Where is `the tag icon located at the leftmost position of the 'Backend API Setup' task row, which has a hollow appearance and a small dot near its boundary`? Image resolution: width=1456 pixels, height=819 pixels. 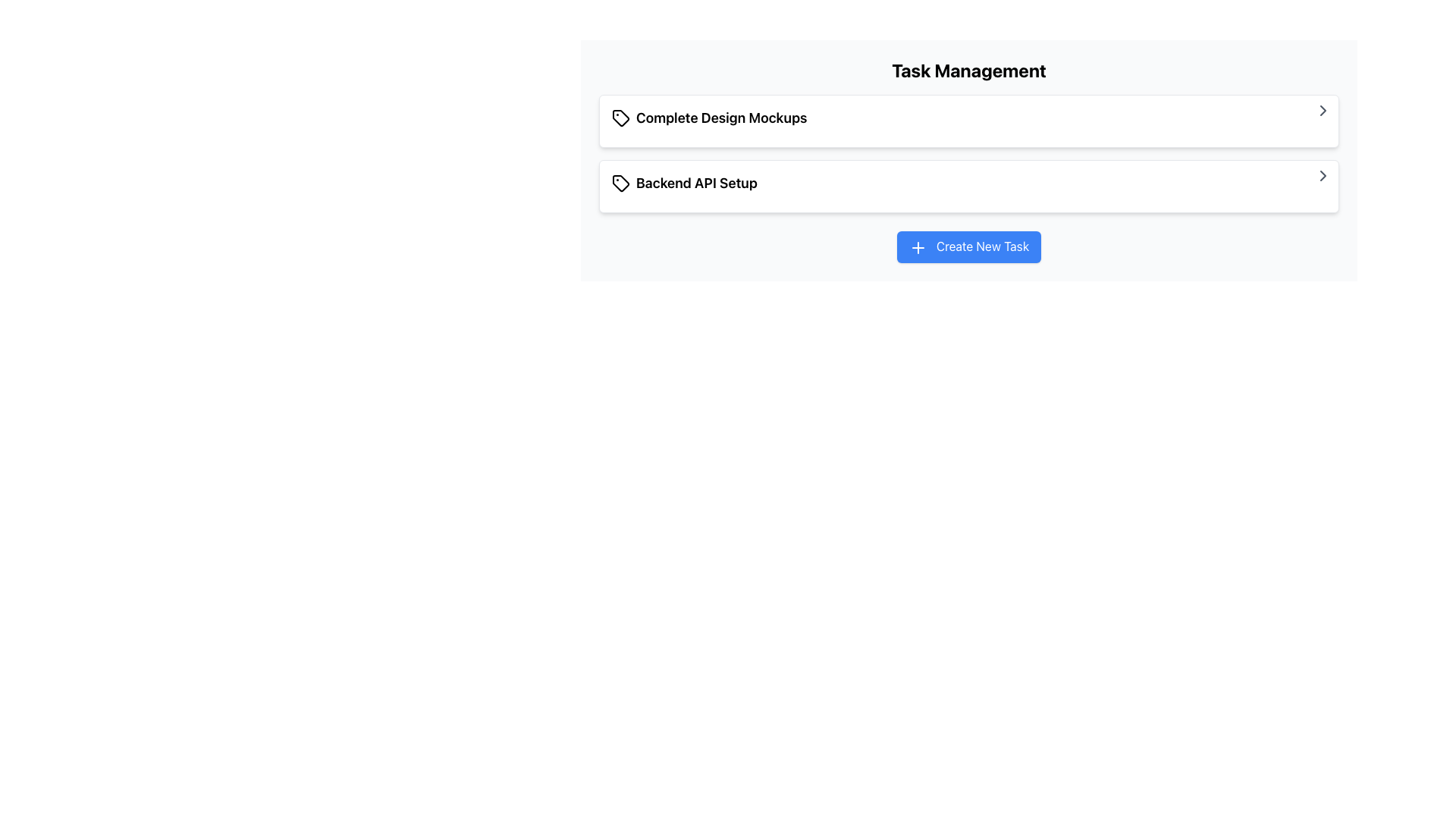
the tag icon located at the leftmost position of the 'Backend API Setup' task row, which has a hollow appearance and a small dot near its boundary is located at coordinates (621, 183).